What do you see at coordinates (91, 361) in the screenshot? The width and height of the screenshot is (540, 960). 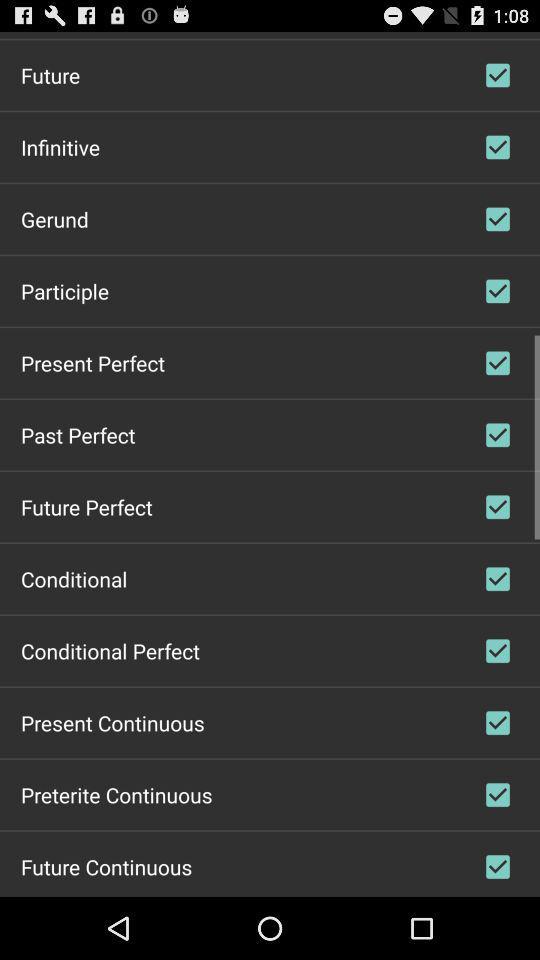 I see `present perfect item` at bounding box center [91, 361].